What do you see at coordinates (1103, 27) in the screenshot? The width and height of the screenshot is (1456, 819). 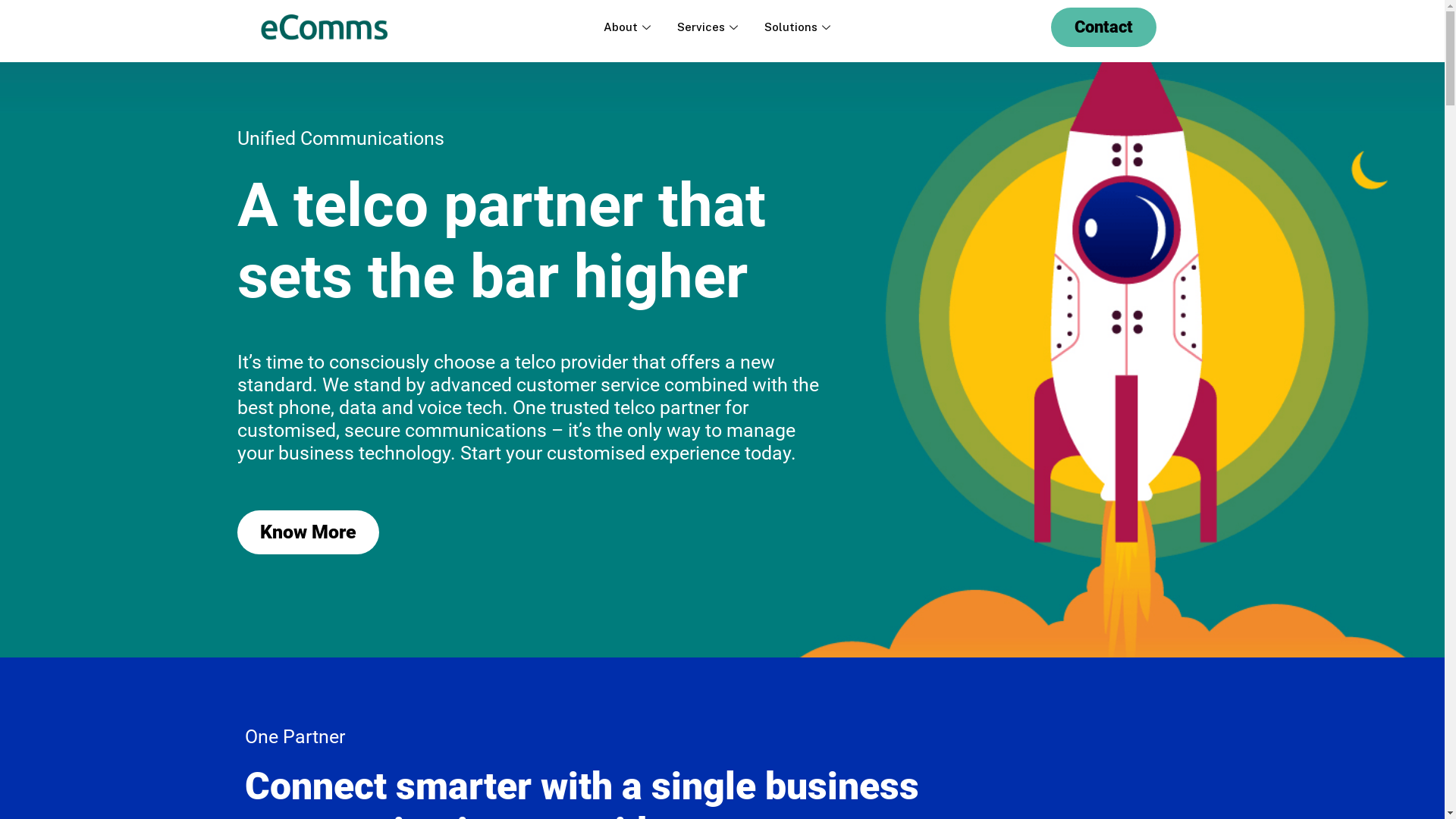 I see `'Contact'` at bounding box center [1103, 27].